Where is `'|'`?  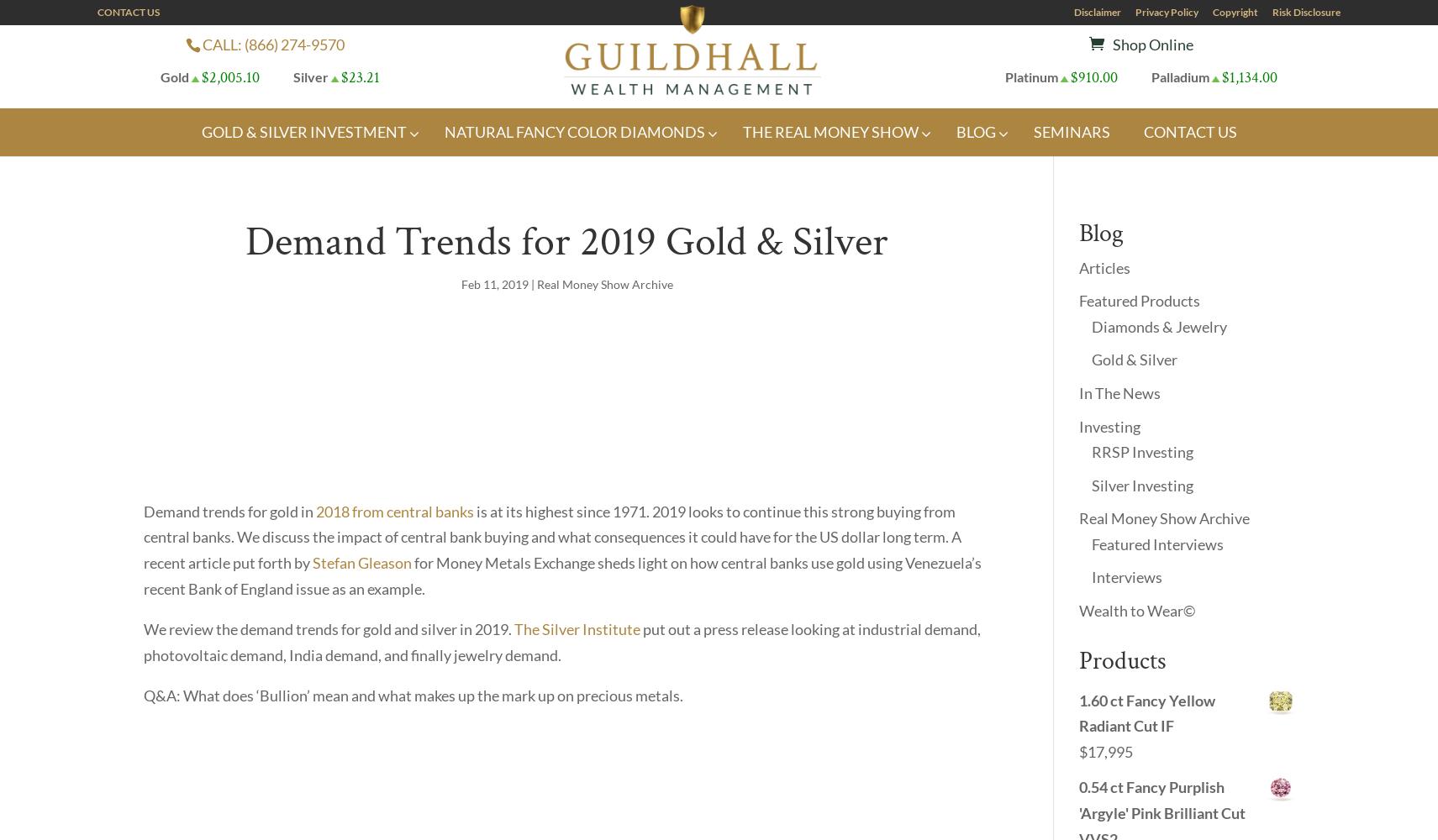 '|' is located at coordinates (531, 282).